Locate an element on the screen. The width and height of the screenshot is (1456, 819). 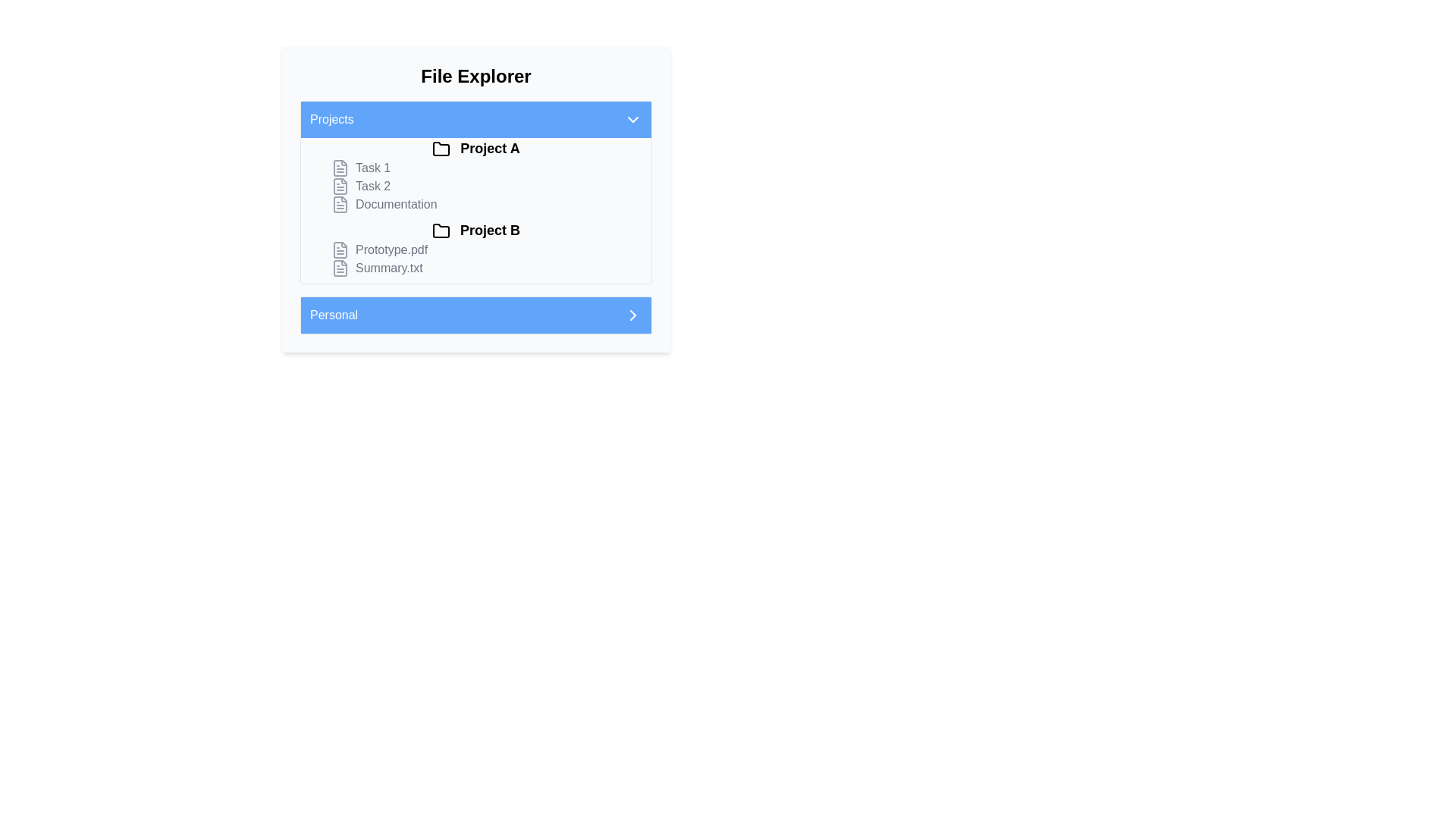
the document icon located in the 'Projects' section of the File Explorer interface, which is positioned immediately to the left of the 'Documentation' text is located at coordinates (340, 205).